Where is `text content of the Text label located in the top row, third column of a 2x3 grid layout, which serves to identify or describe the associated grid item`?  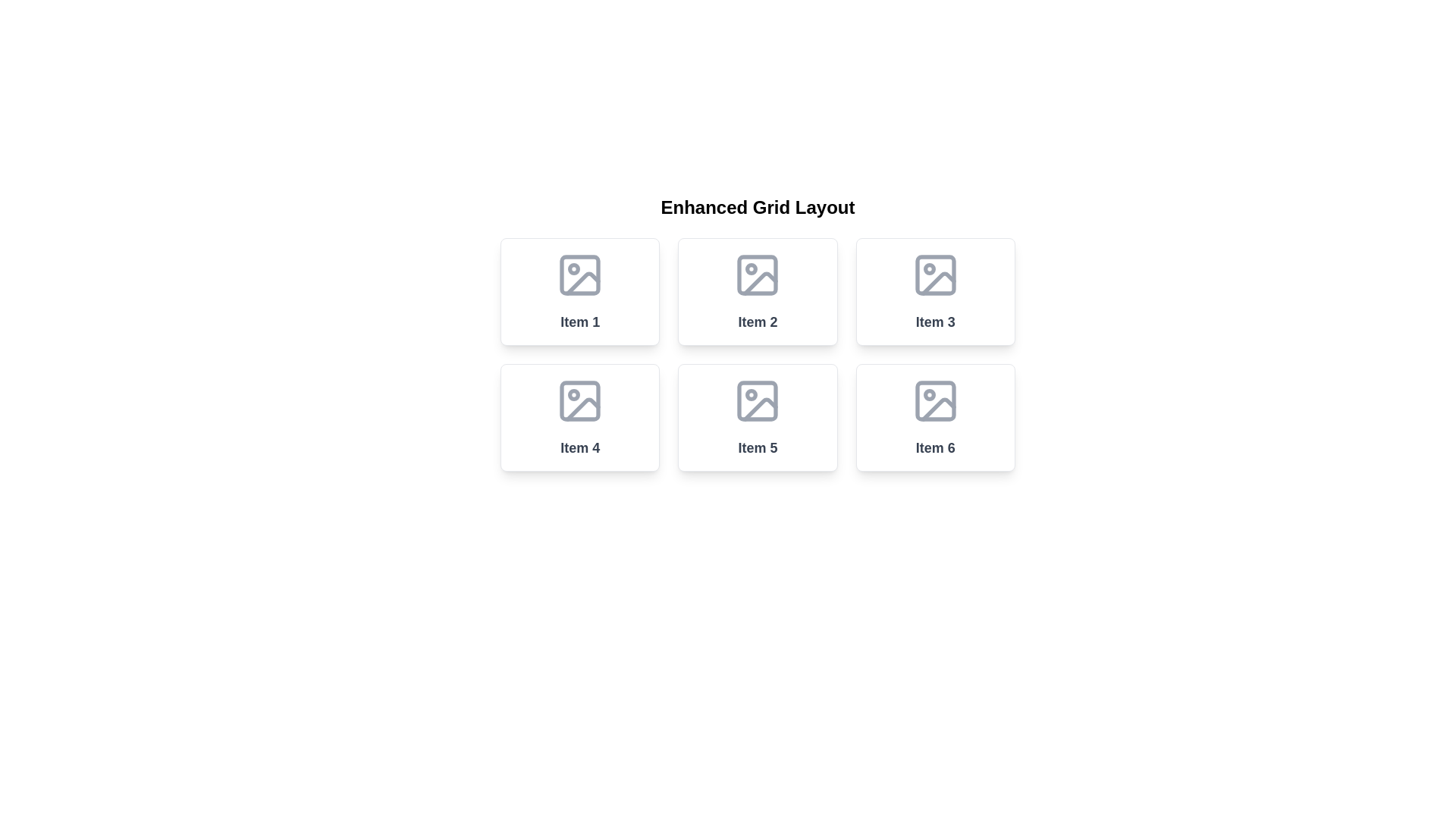
text content of the Text label located in the top row, third column of a 2x3 grid layout, which serves to identify or describe the associated grid item is located at coordinates (934, 321).